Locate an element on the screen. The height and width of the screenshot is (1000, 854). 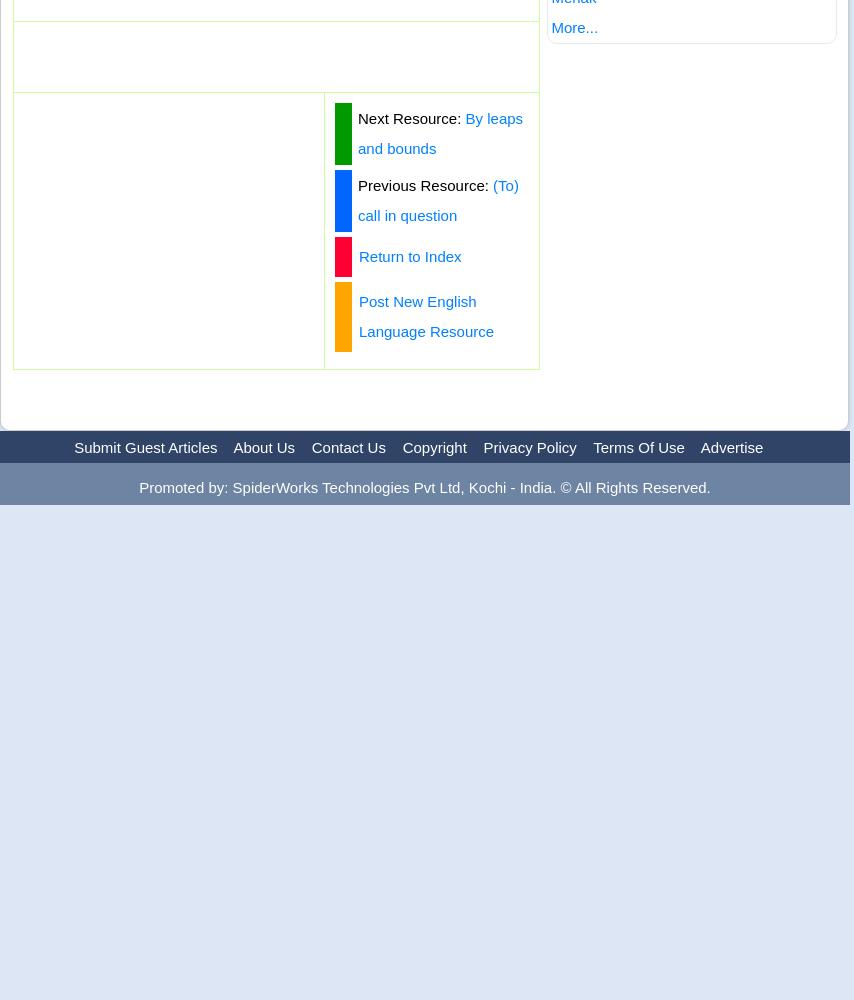
'Submit Guest Articles' is located at coordinates (144, 446).